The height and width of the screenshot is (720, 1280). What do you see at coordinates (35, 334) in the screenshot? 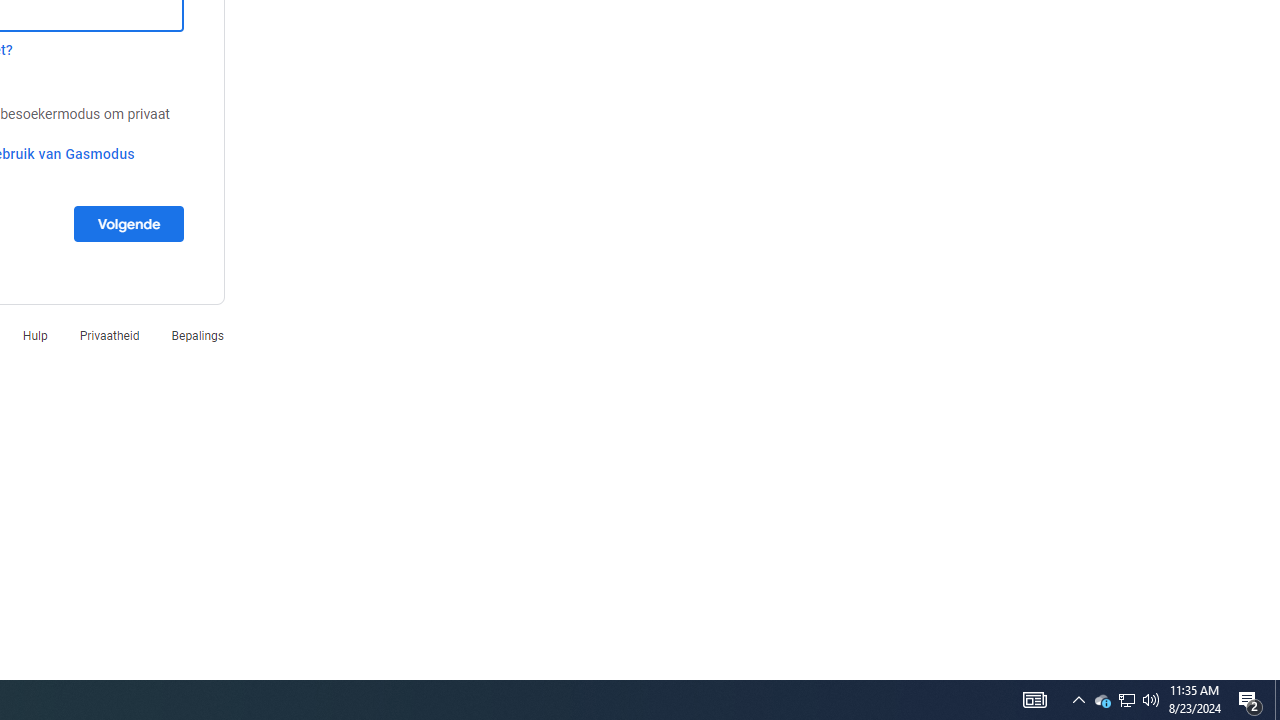
I see `'Hulp'` at bounding box center [35, 334].